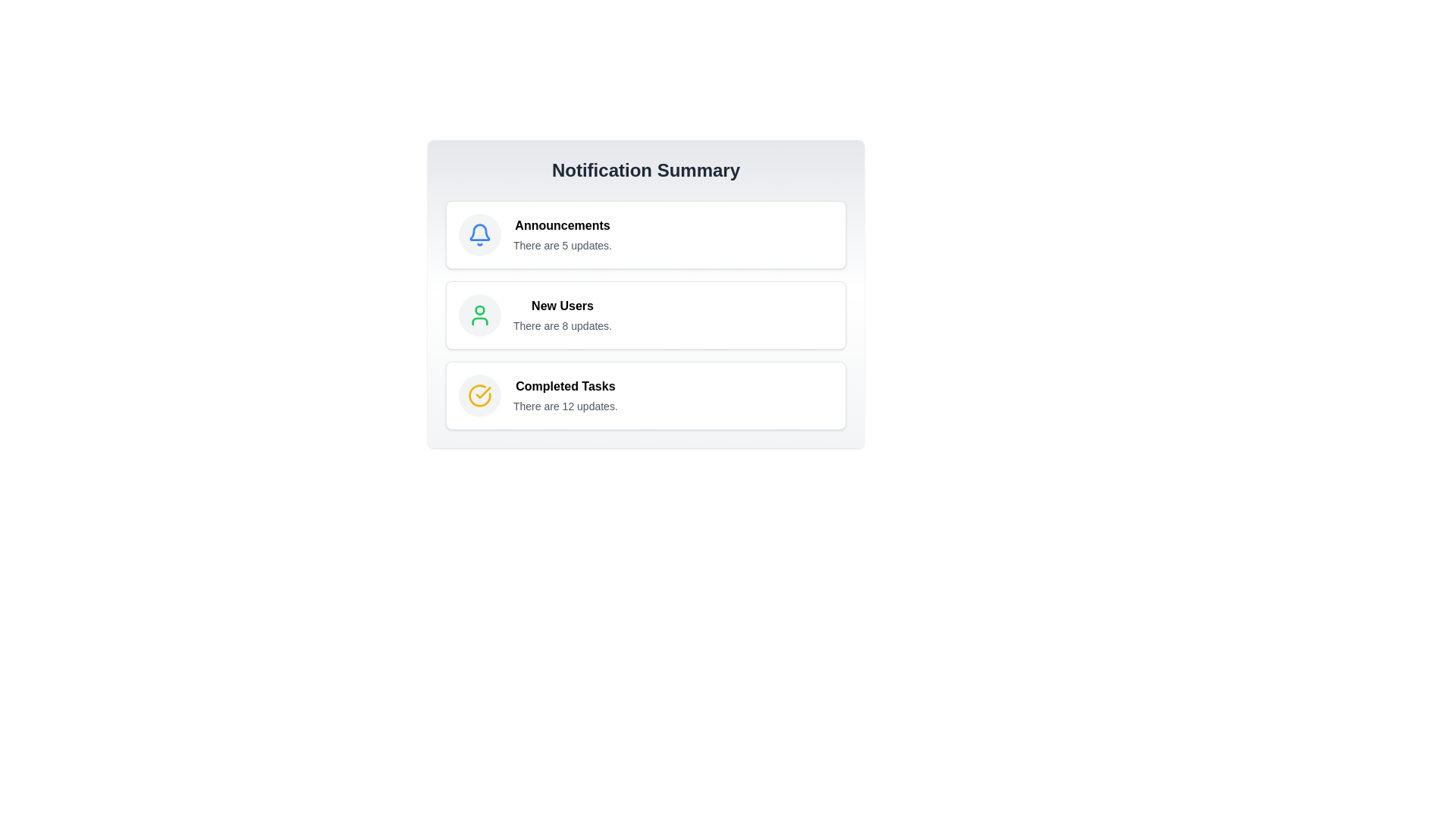 The height and width of the screenshot is (819, 1456). Describe the element at coordinates (562, 245) in the screenshot. I see `the text label that indicates the number of updates available for the 'Announcements' section, positioned below the 'Announcements' heading in the 'Notification Summary' layout` at that location.